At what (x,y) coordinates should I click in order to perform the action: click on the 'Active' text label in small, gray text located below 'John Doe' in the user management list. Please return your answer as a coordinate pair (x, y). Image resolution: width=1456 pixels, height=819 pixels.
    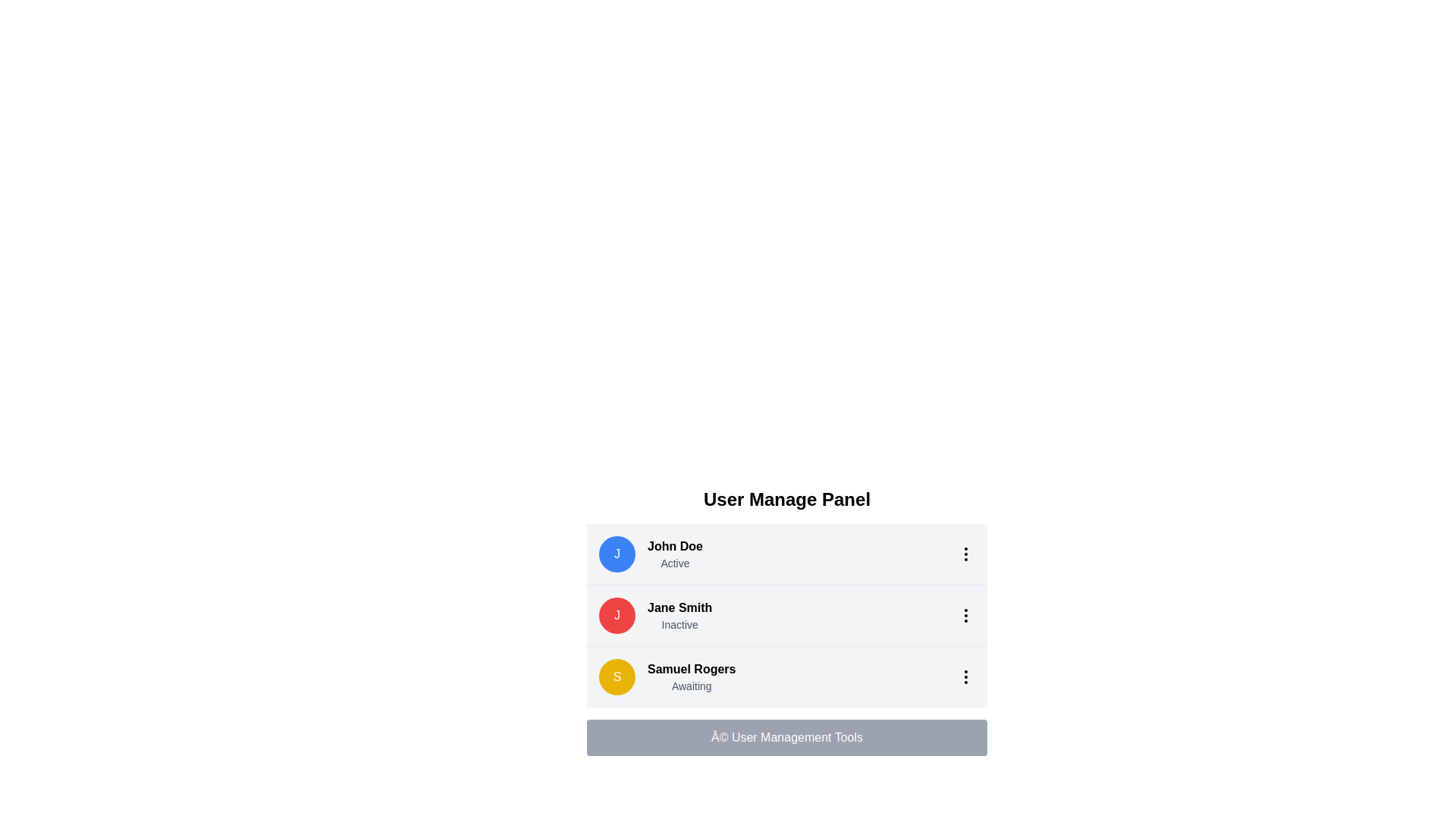
    Looking at the image, I should click on (674, 563).